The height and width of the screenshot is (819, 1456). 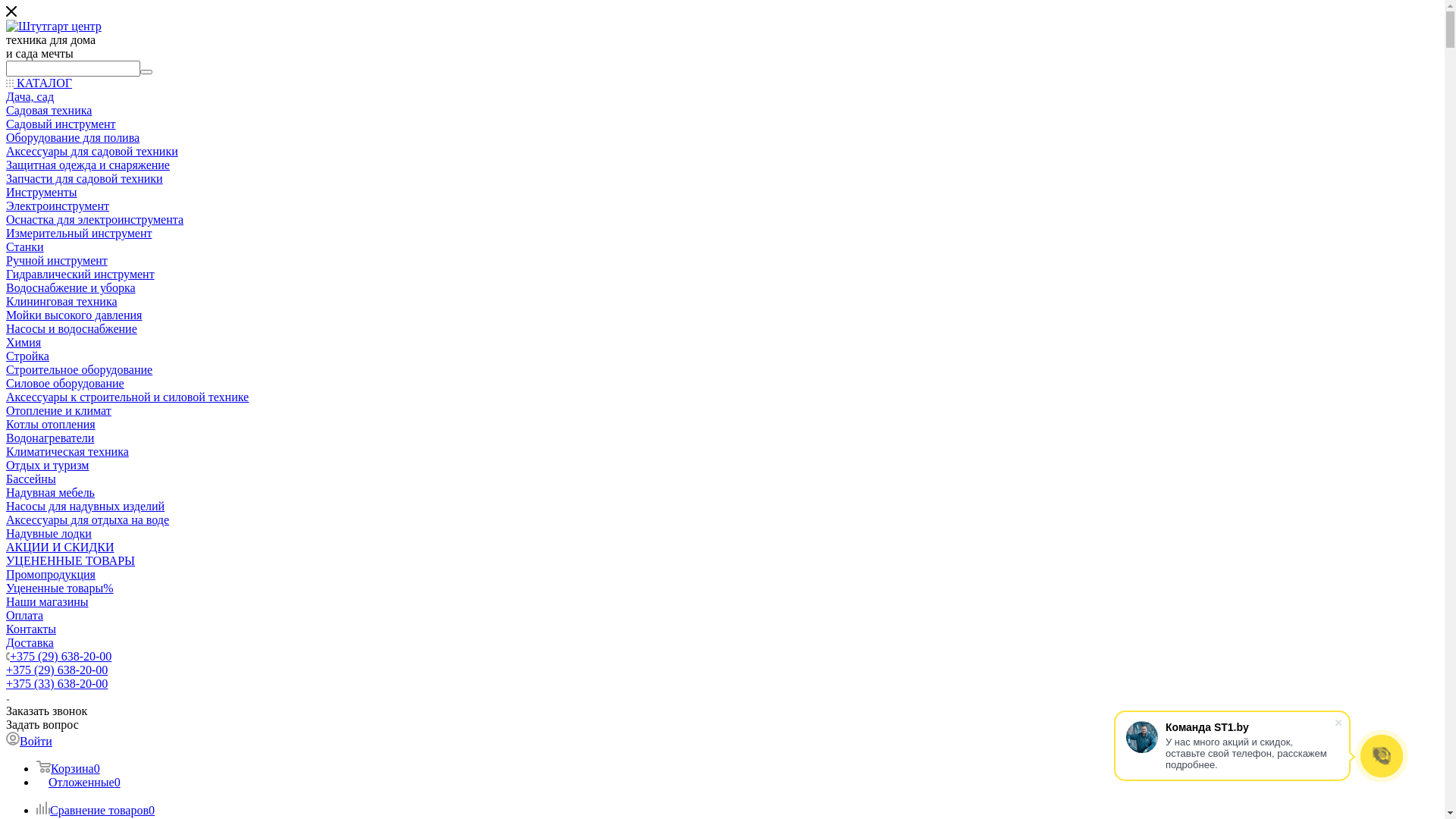 I want to click on '+375 (33) 638-20-00', so click(x=57, y=683).